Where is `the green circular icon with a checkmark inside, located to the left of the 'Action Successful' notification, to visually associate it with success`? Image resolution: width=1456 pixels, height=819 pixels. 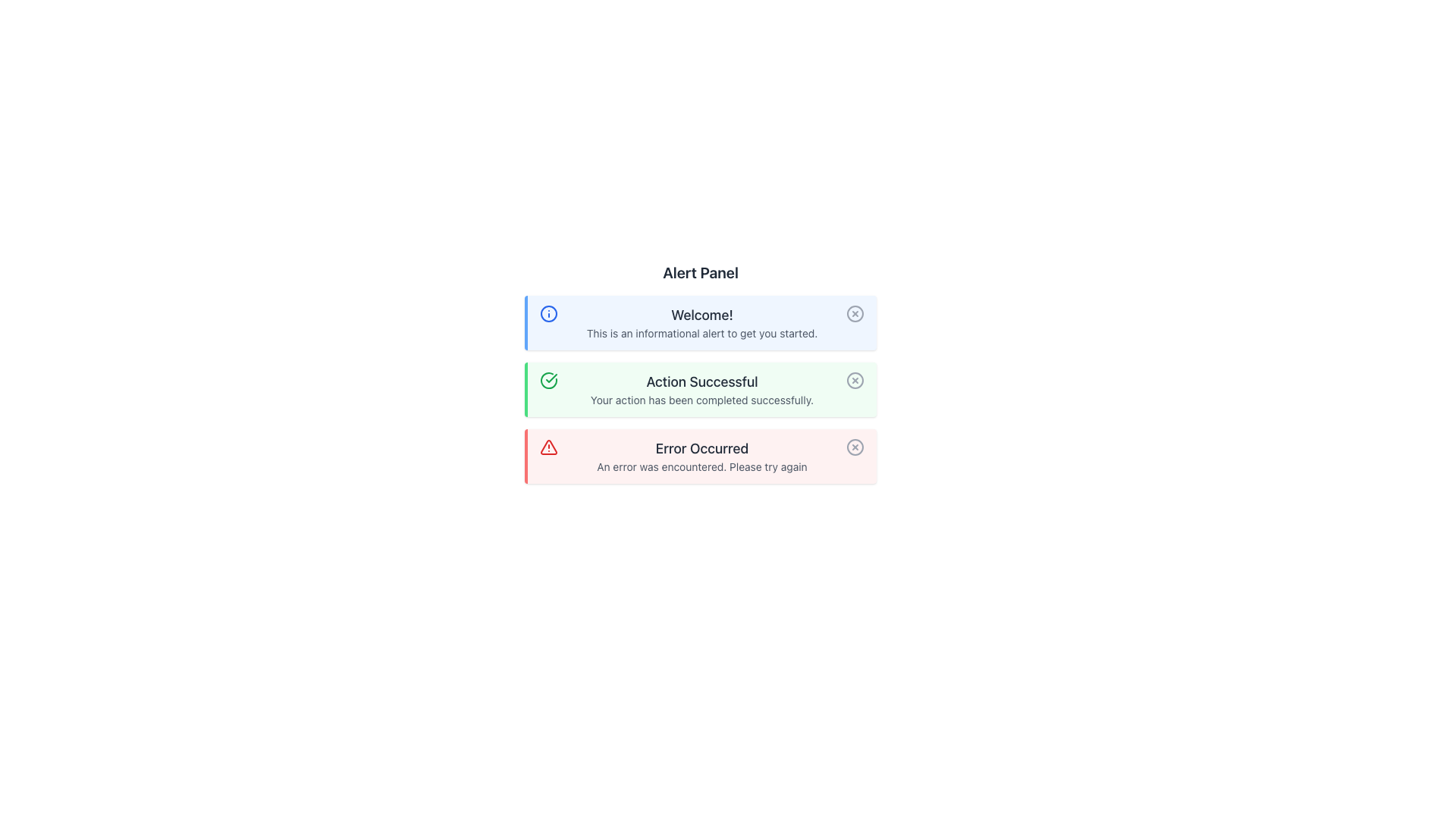
the green circular icon with a checkmark inside, located to the left of the 'Action Successful' notification, to visually associate it with success is located at coordinates (548, 379).